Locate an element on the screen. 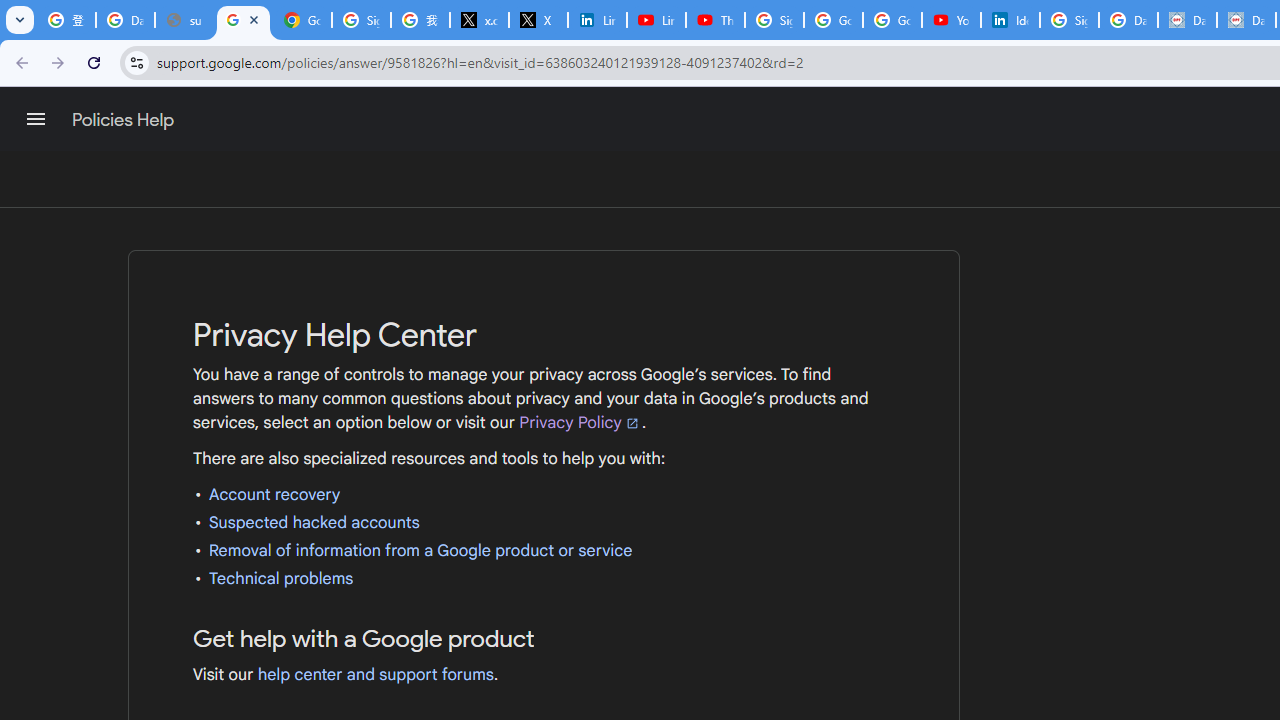  'LinkedIn - YouTube' is located at coordinates (656, 20).